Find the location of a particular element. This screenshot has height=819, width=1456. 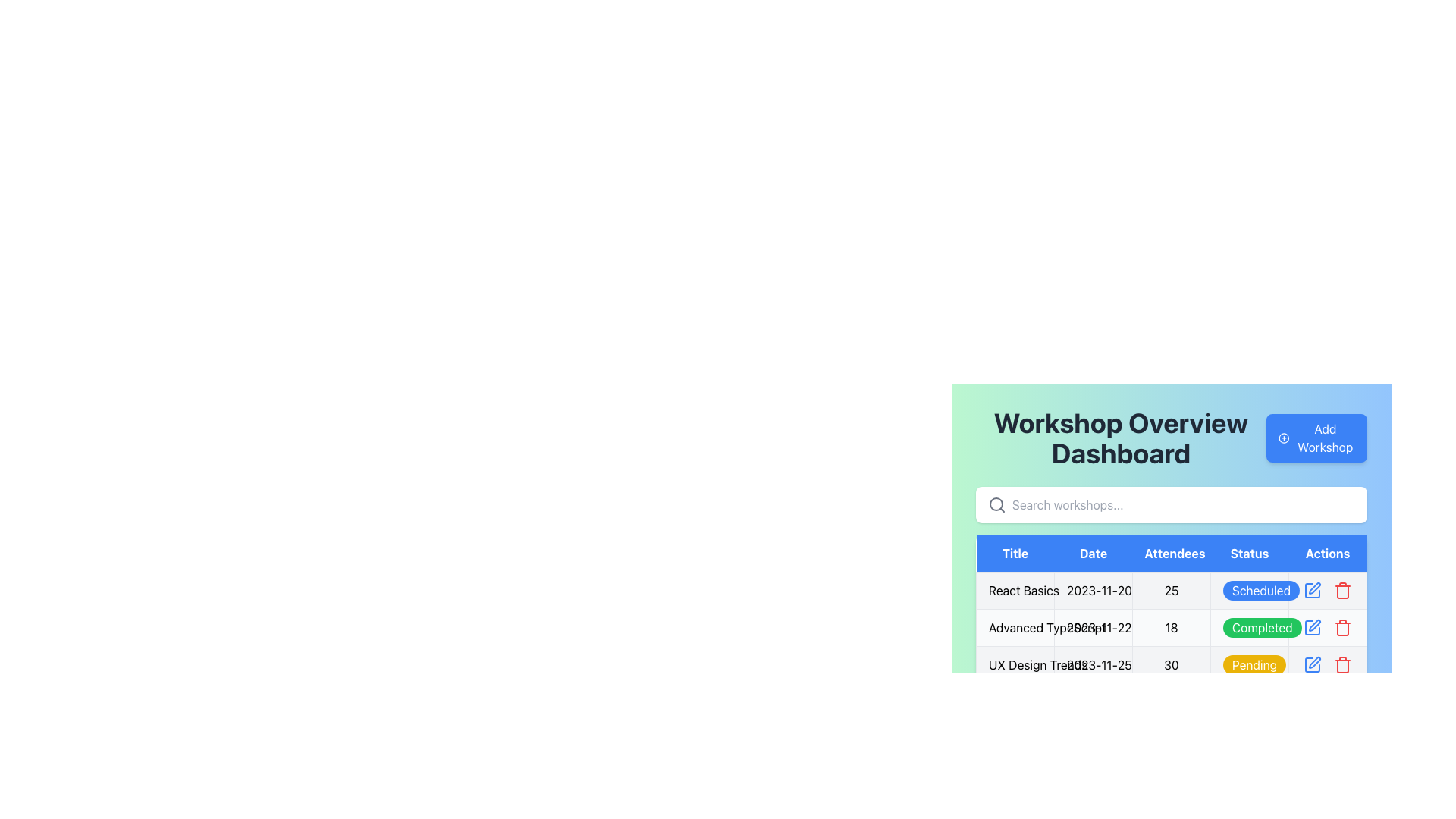

the 'Add Workshop' button, which is a rectangular blue button with white text and a plus sign icon, located in the top-right corner of the 'Workshop Overview Dashboard' is located at coordinates (1316, 438).